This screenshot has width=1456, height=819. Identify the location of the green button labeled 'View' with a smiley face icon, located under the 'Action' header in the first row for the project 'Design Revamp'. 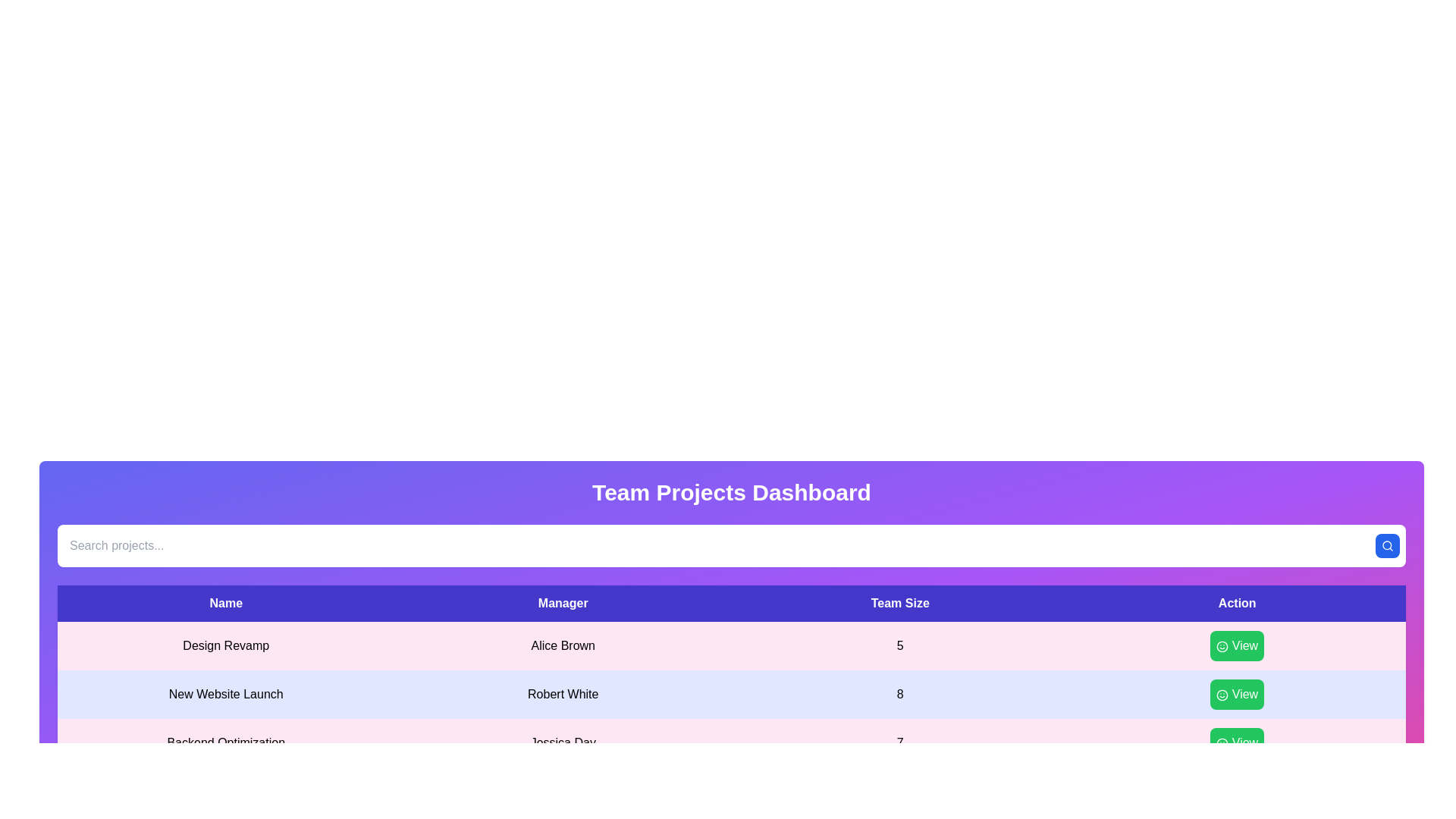
(1237, 646).